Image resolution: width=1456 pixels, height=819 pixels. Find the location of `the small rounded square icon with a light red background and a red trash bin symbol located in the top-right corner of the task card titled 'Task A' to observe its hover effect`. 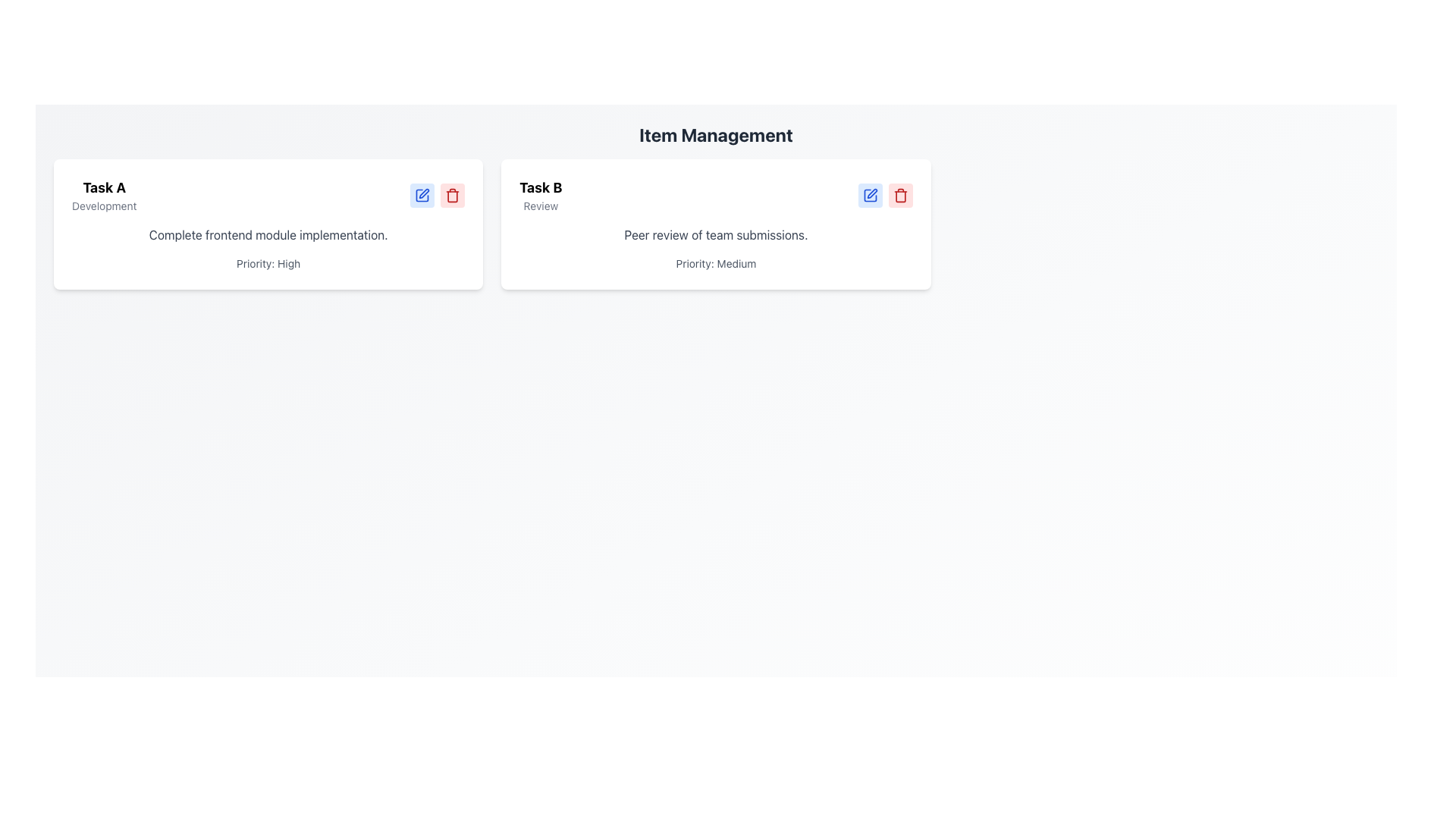

the small rounded square icon with a light red background and a red trash bin symbol located in the top-right corner of the task card titled 'Task A' to observe its hover effect is located at coordinates (452, 195).